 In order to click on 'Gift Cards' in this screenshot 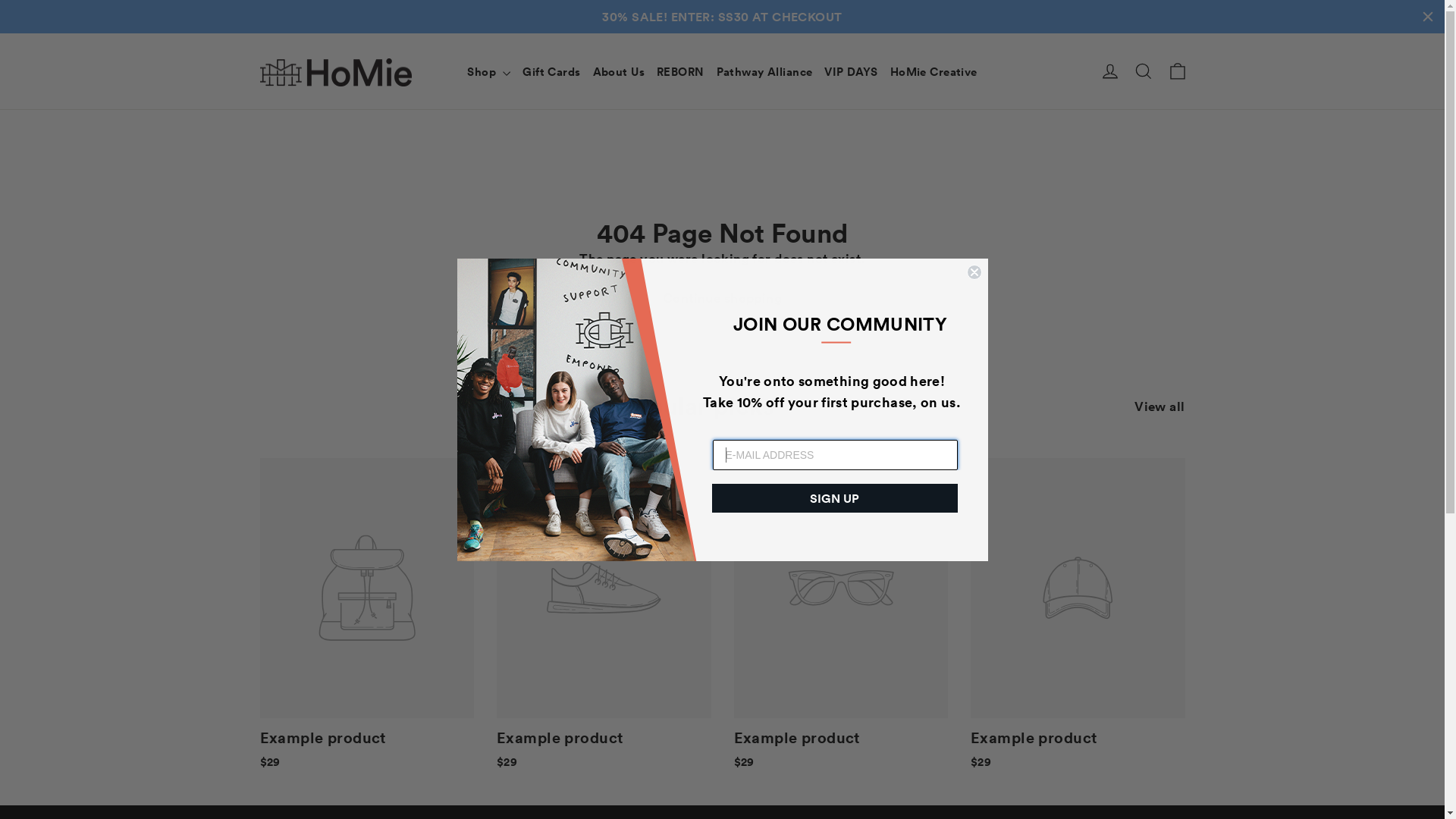, I will do `click(550, 37)`.